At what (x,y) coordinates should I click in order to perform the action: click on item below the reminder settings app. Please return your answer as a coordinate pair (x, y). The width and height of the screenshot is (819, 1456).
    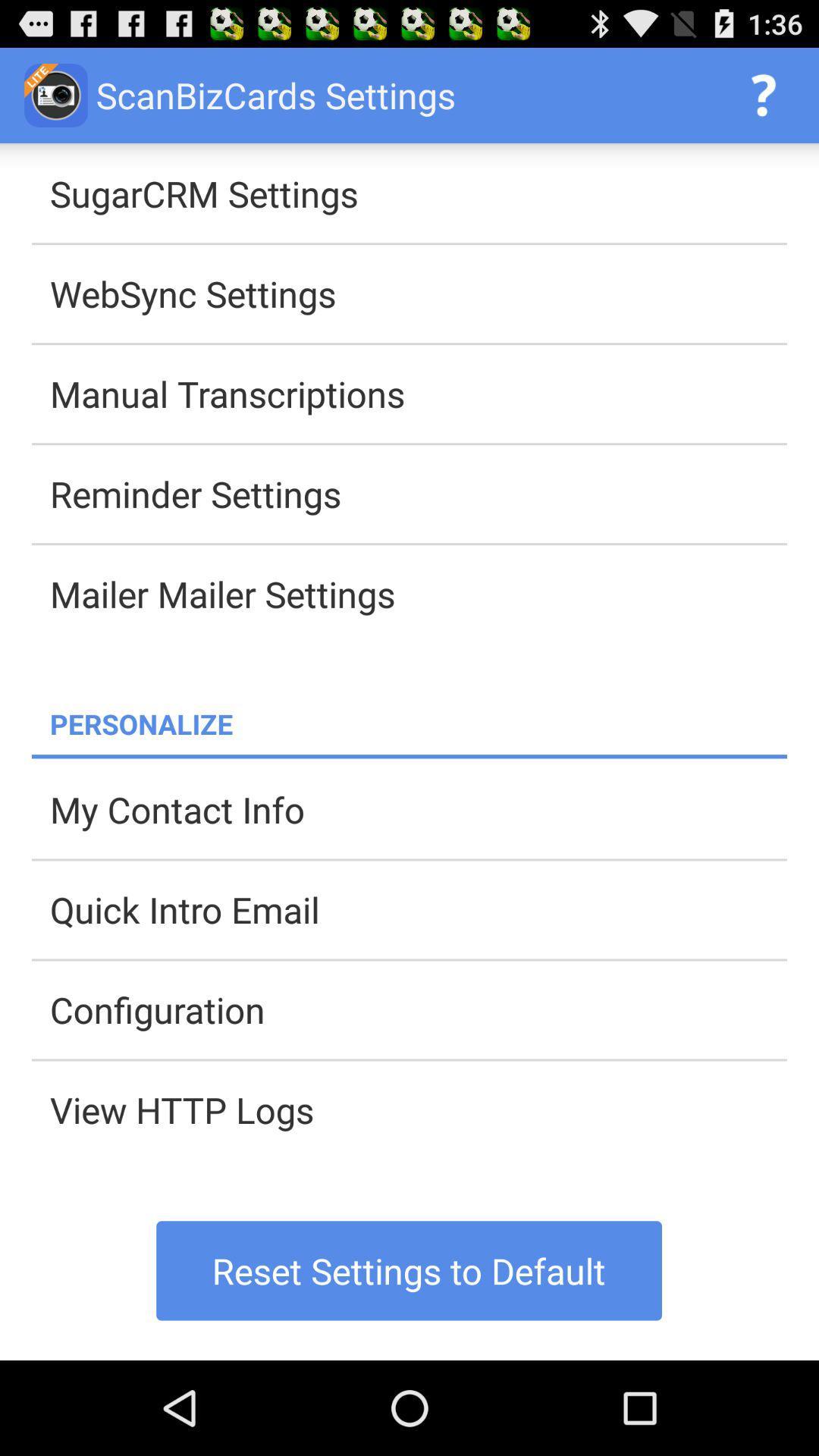
    Looking at the image, I should click on (418, 593).